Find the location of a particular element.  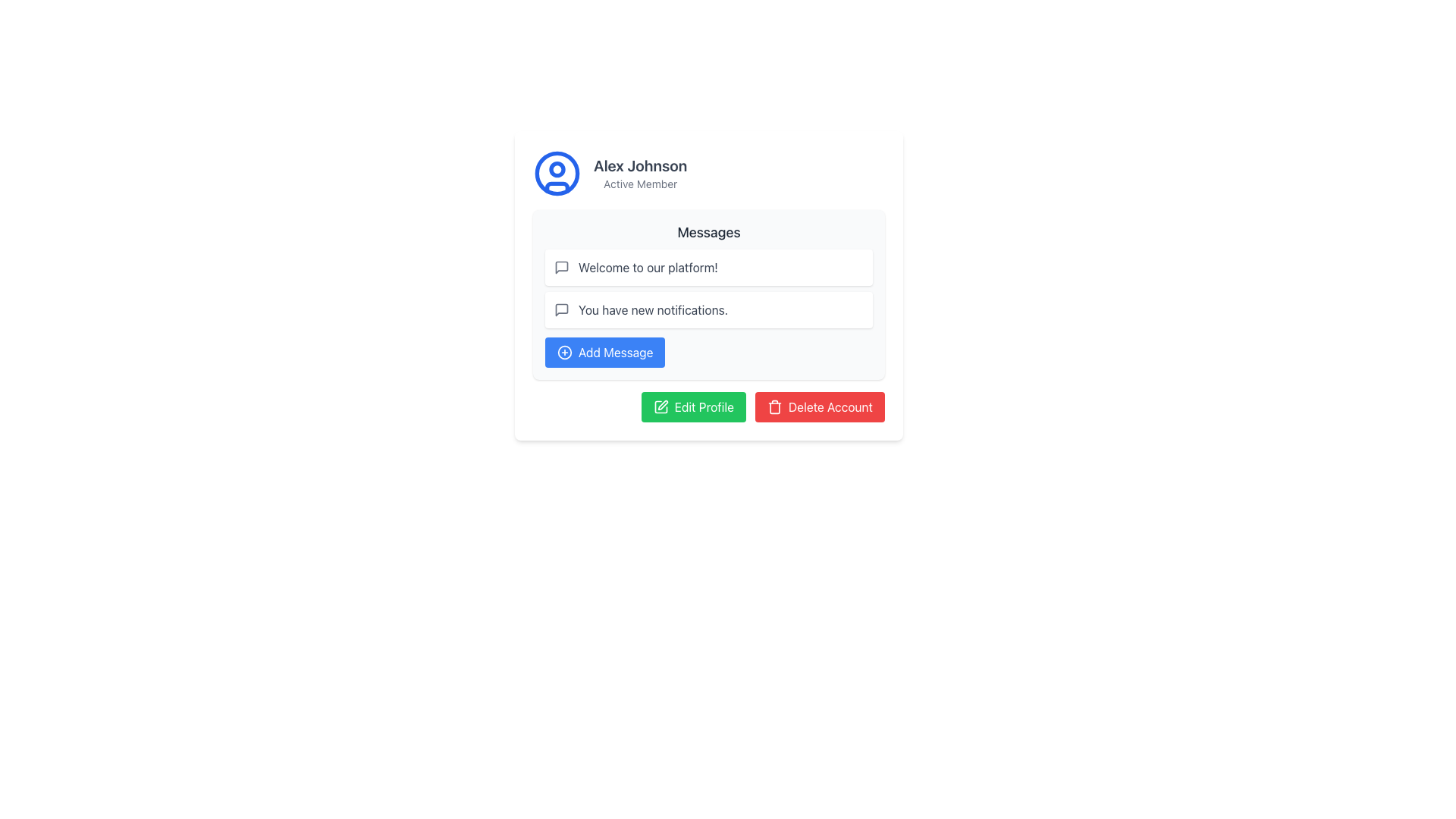

the profile edit button located at the bottom-right corner of the card to observe changes in its style, indicating interactivity is located at coordinates (708, 406).